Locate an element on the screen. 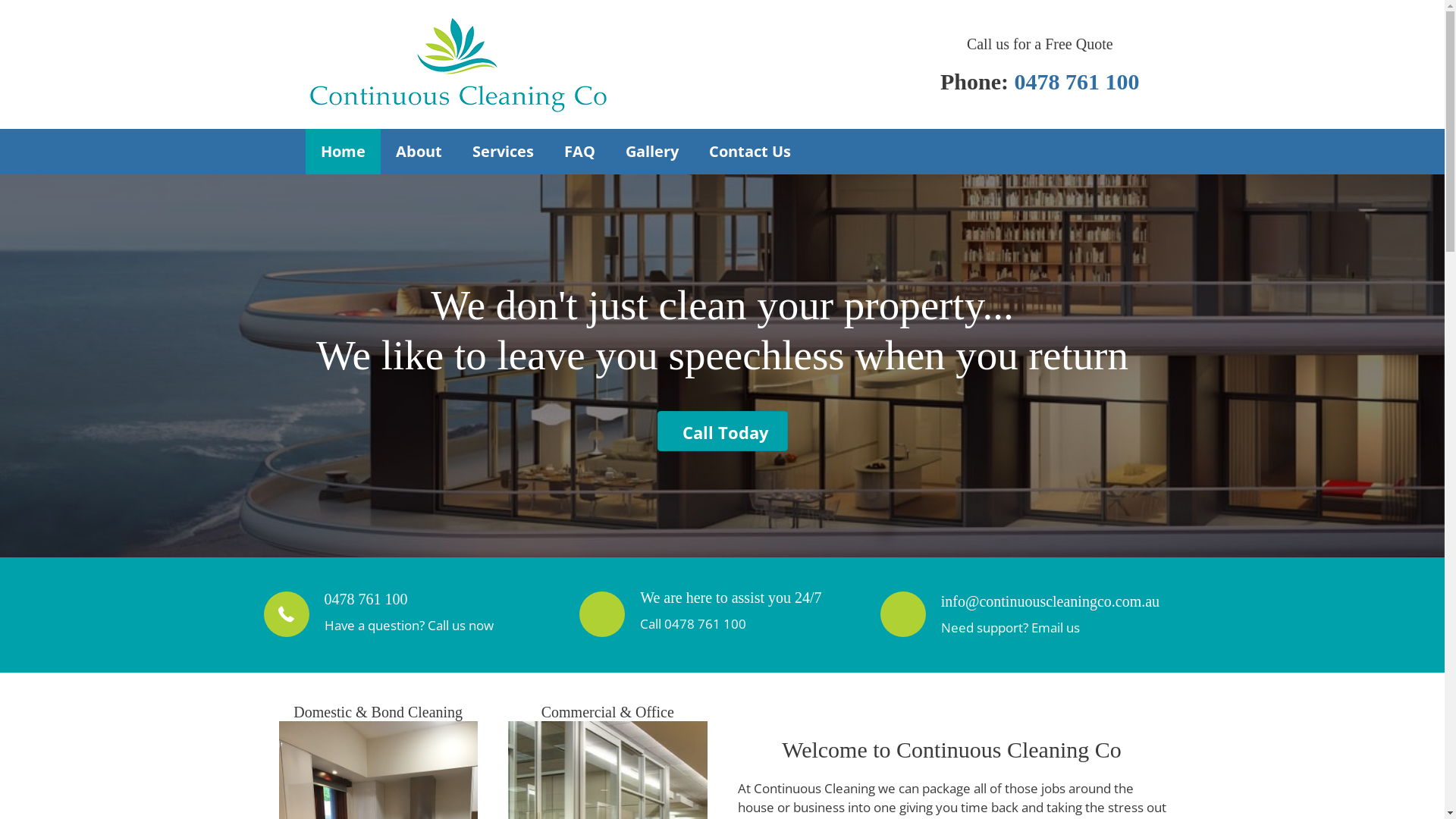 The image size is (1456, 819). 'Services' is located at coordinates (502, 152).